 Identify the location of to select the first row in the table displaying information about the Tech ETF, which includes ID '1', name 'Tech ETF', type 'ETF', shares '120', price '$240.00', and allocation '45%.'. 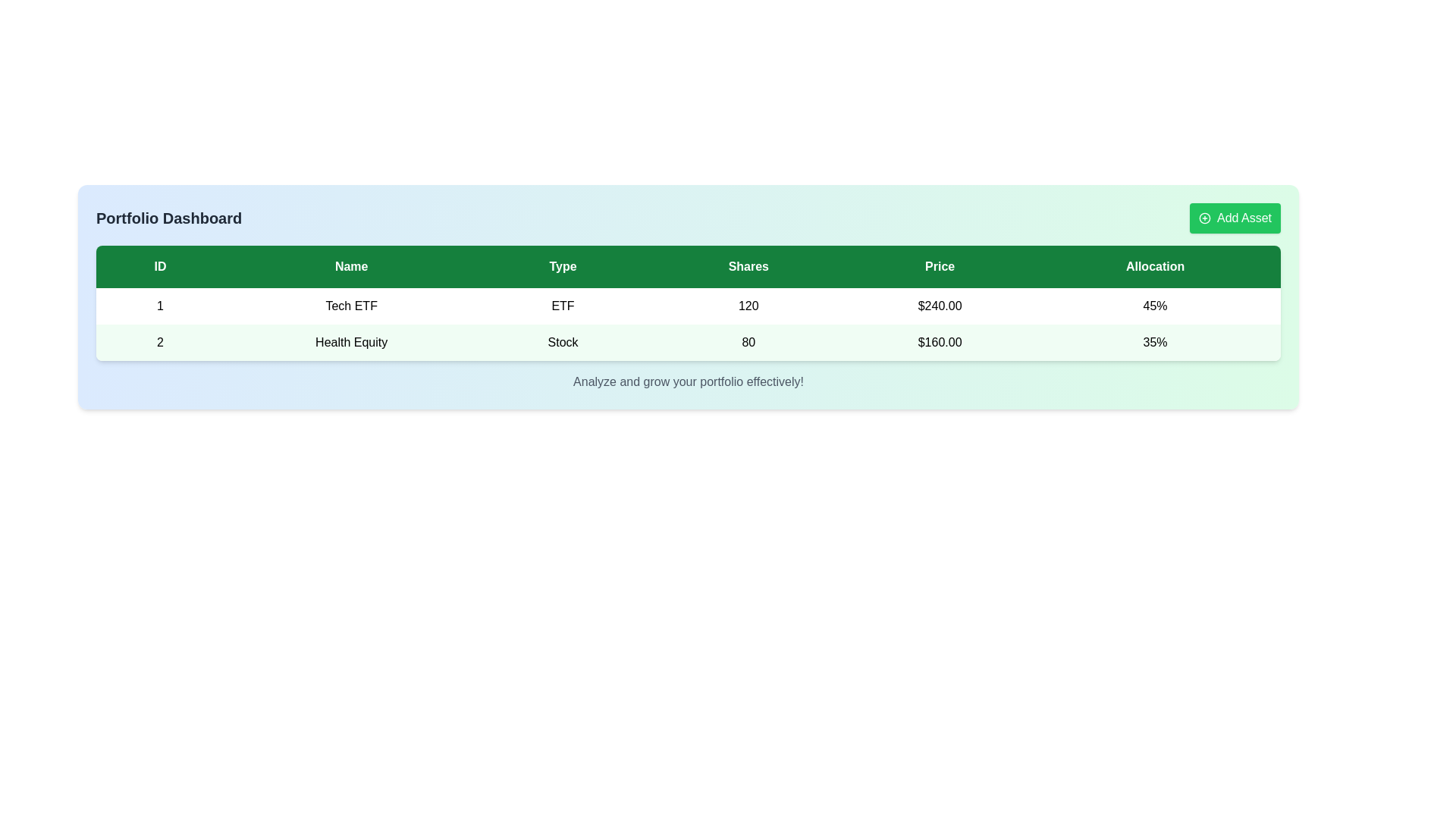
(687, 306).